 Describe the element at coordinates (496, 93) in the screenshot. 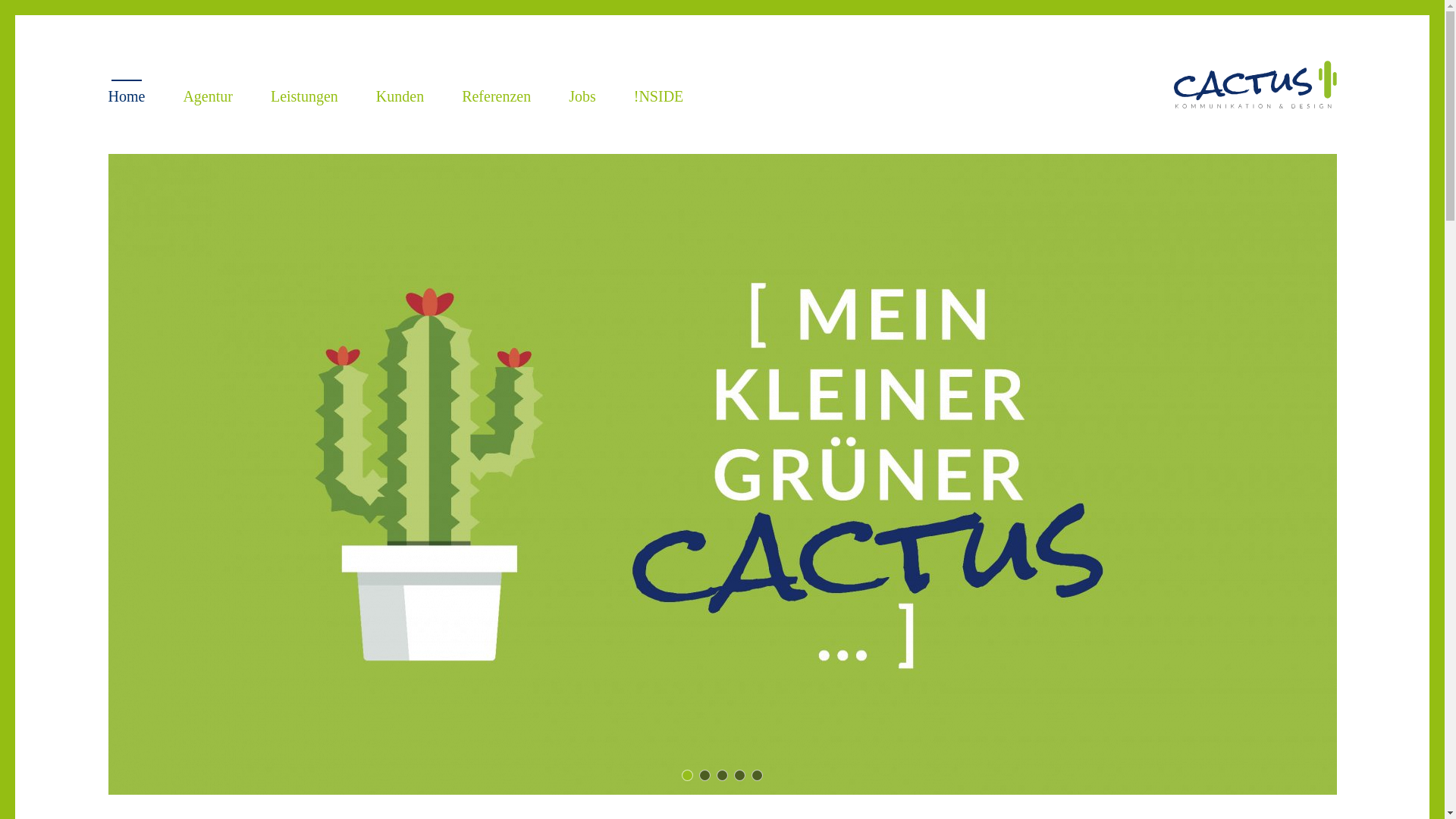

I see `'Referenzen'` at that location.